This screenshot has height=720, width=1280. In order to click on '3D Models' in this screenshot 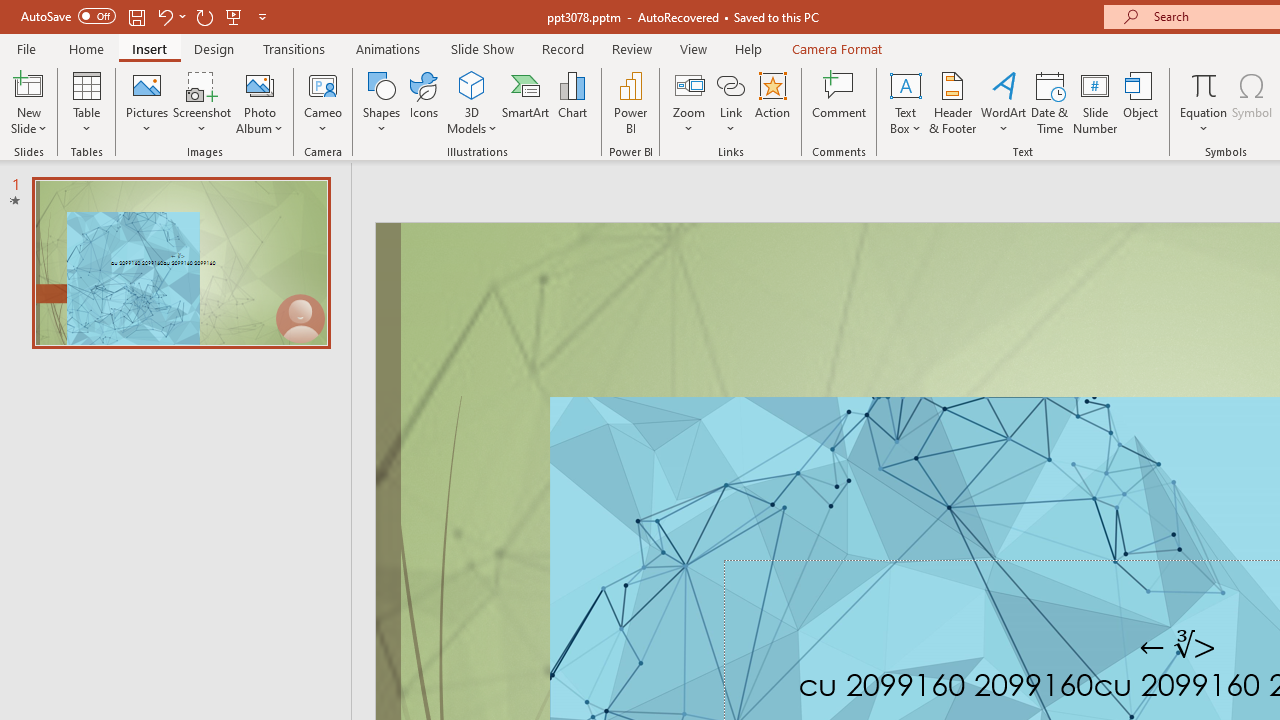, I will do `click(471, 84)`.